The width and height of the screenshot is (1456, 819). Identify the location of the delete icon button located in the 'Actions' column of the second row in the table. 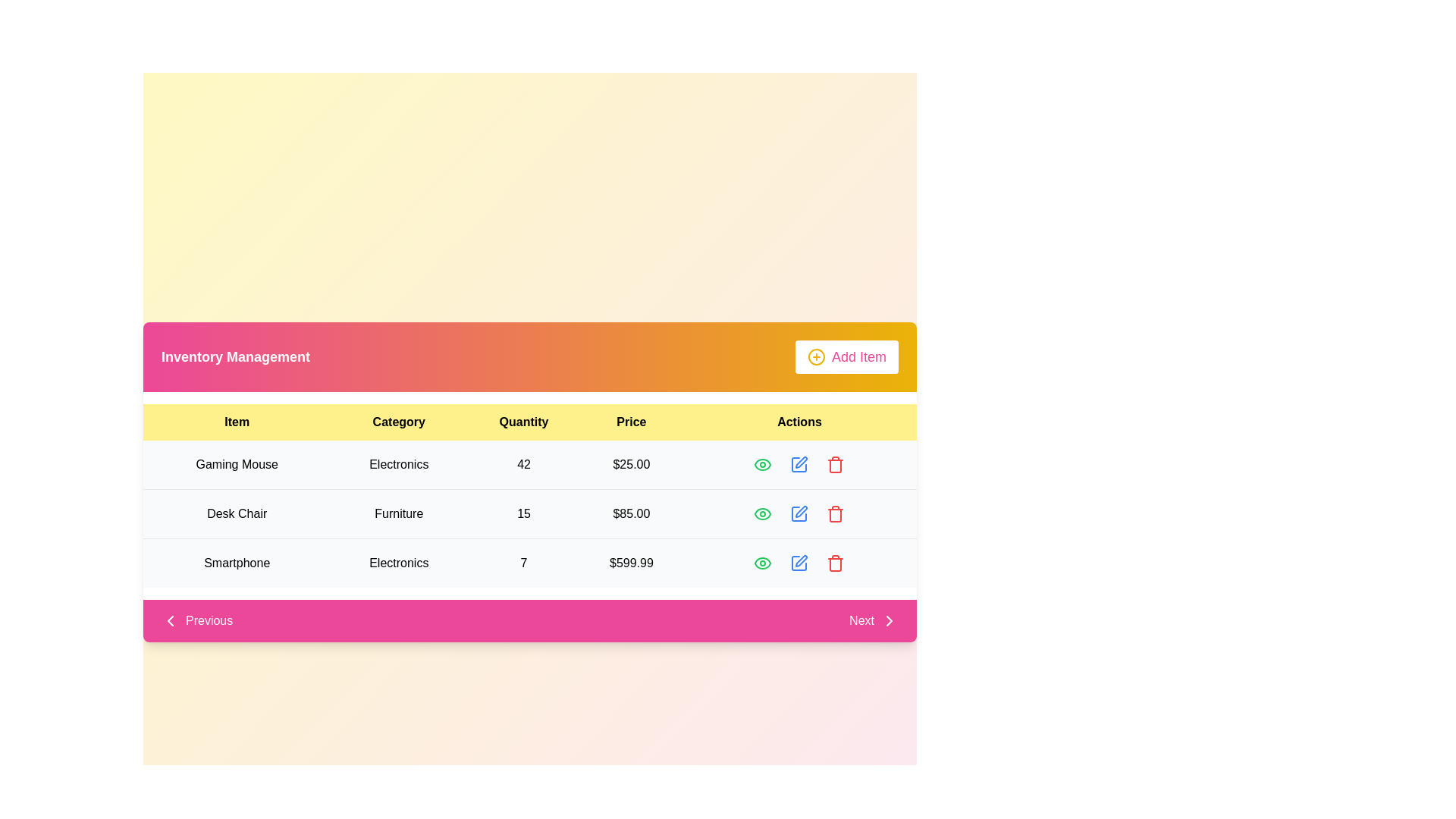
(835, 513).